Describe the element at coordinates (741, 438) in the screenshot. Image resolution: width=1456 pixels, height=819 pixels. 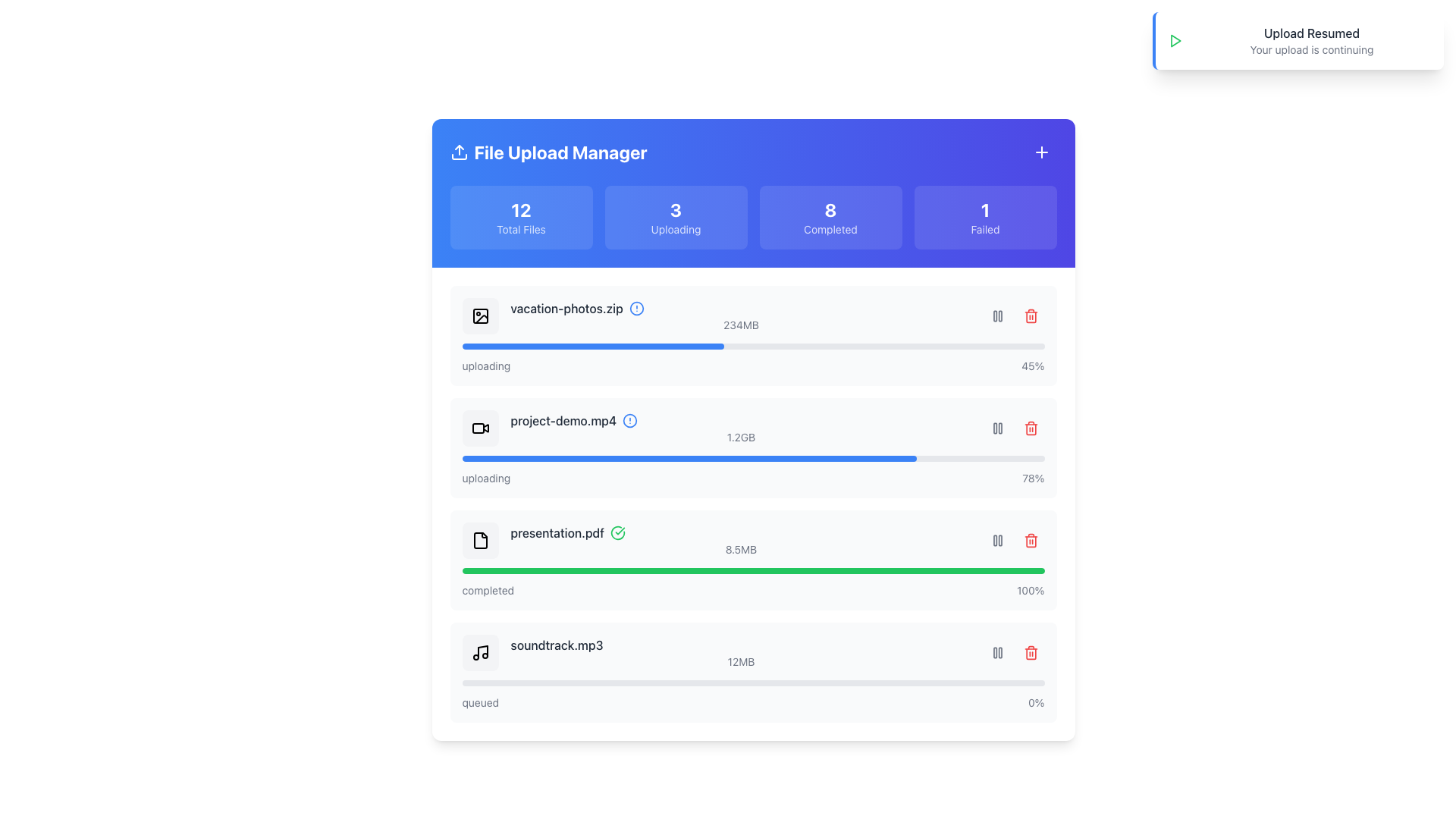
I see `the Text label that displays the file size (1.2GB) of the associated file ('project-demo.mp4') located at the bottom of the file upload manager interface` at that location.